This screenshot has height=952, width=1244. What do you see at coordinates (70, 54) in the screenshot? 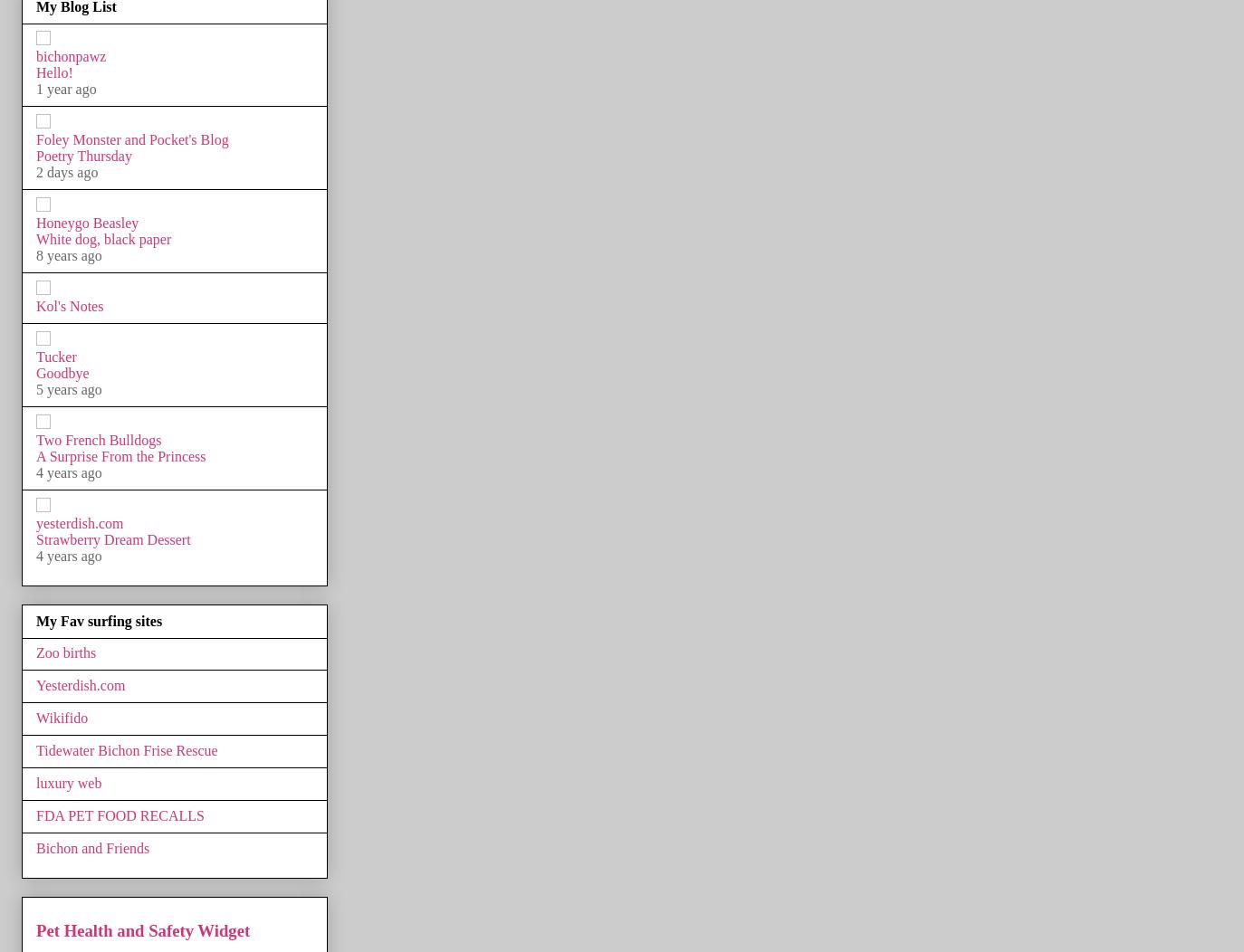
I see `'bichonpawz'` at bounding box center [70, 54].